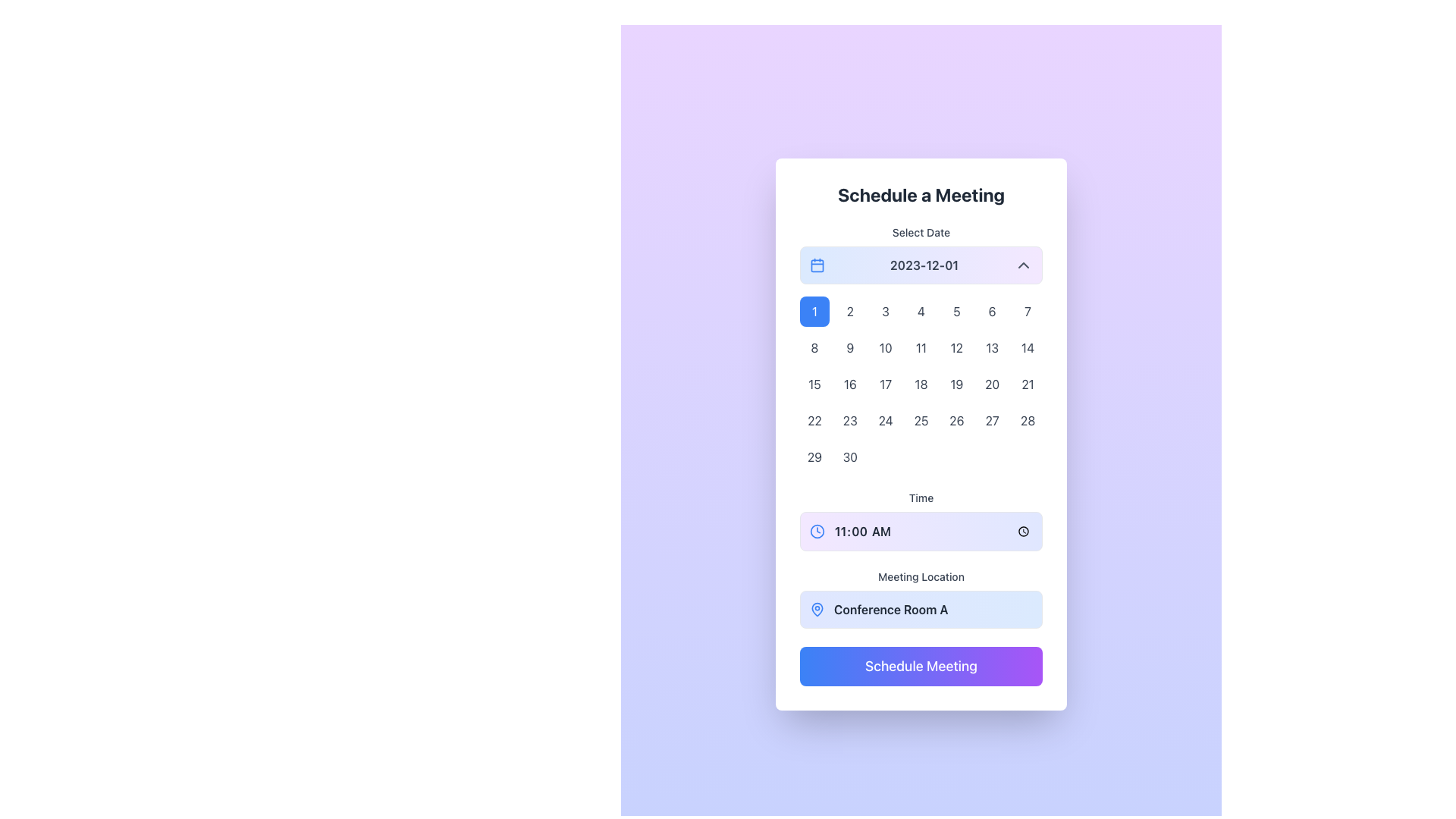  I want to click on the clickable calendar day button representing the '7th' day of the month, so click(1028, 311).